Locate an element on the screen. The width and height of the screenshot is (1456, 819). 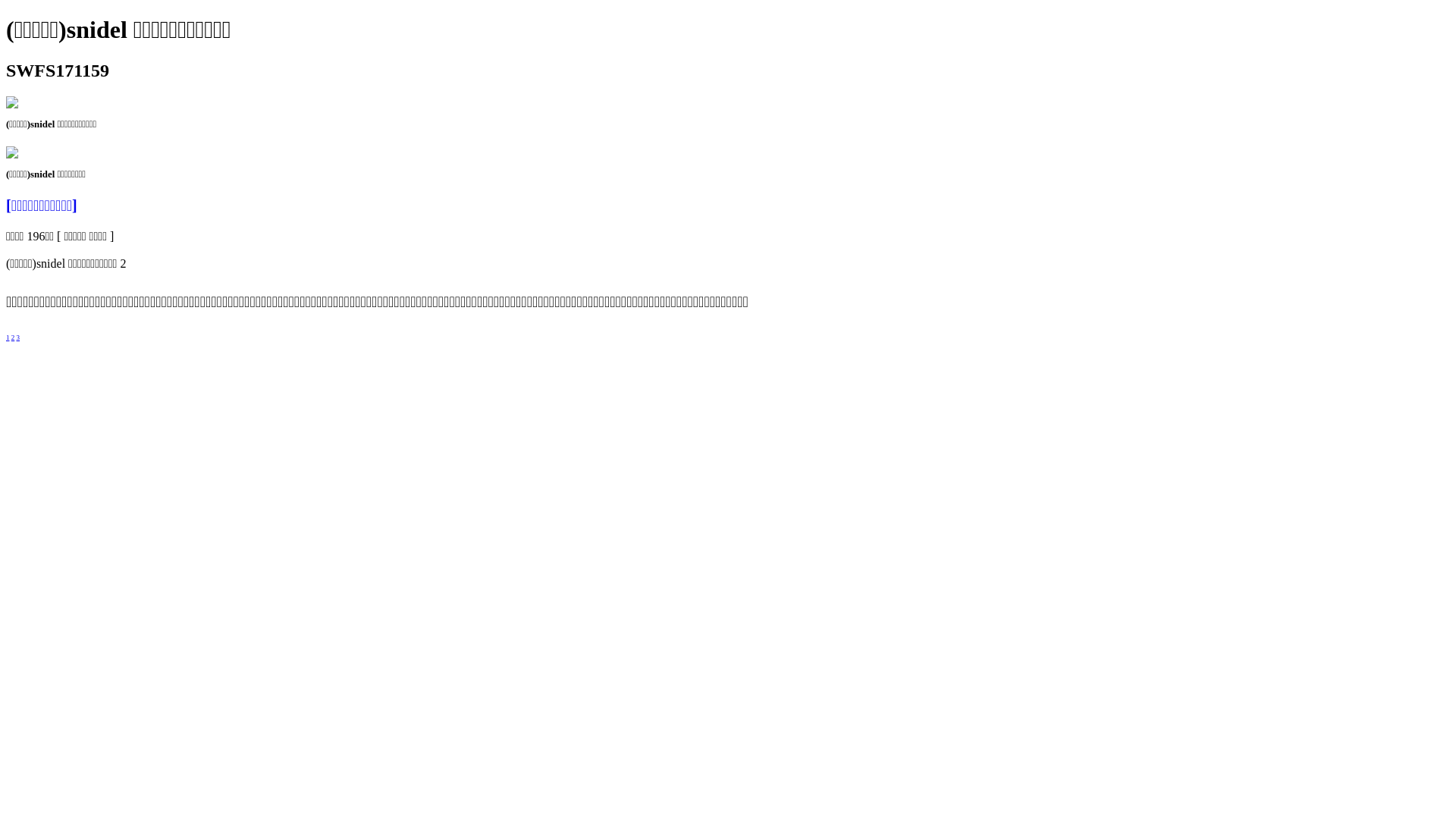
'3' is located at coordinates (18, 336).